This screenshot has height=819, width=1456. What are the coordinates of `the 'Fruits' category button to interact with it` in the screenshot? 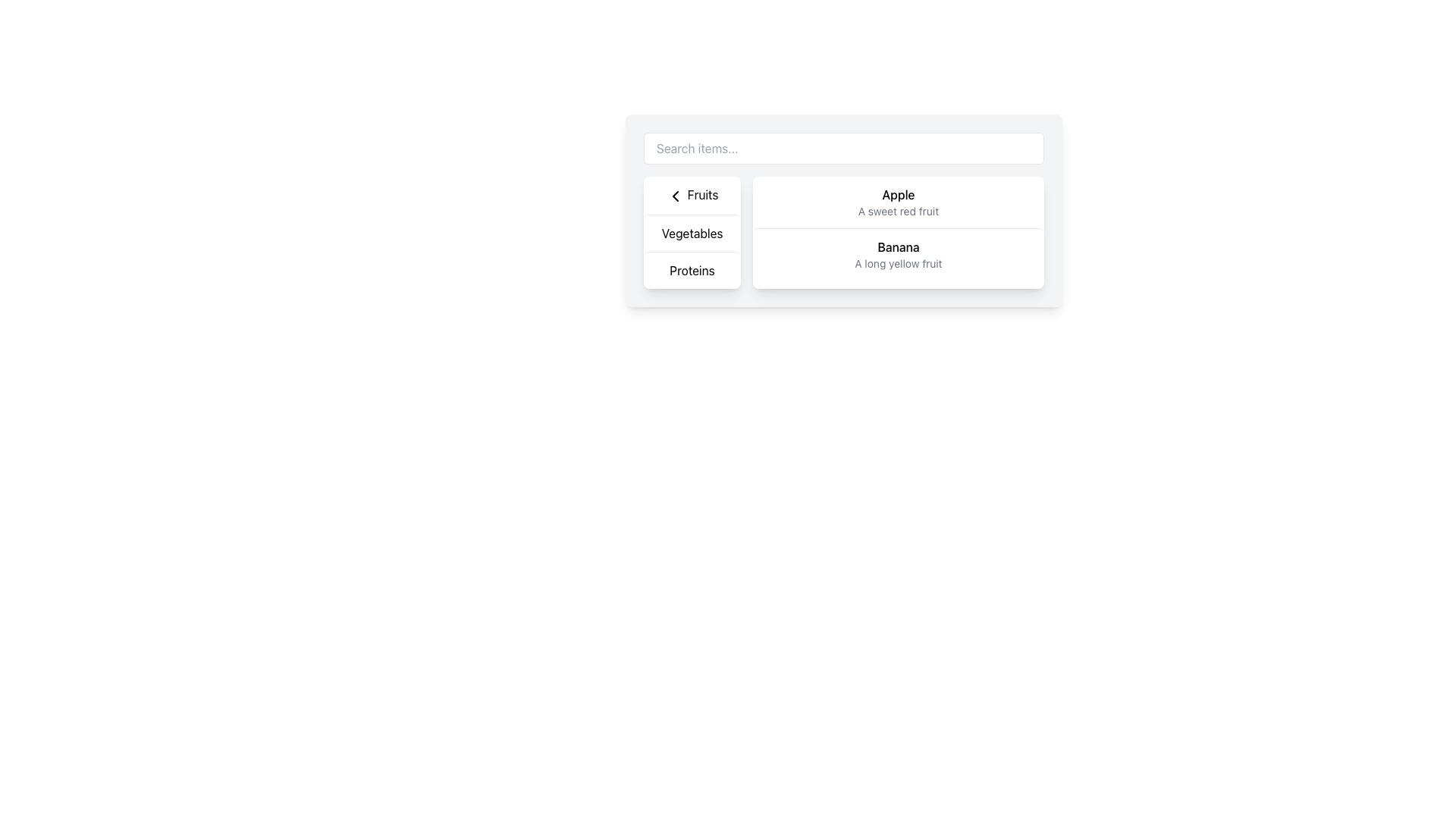 It's located at (691, 194).